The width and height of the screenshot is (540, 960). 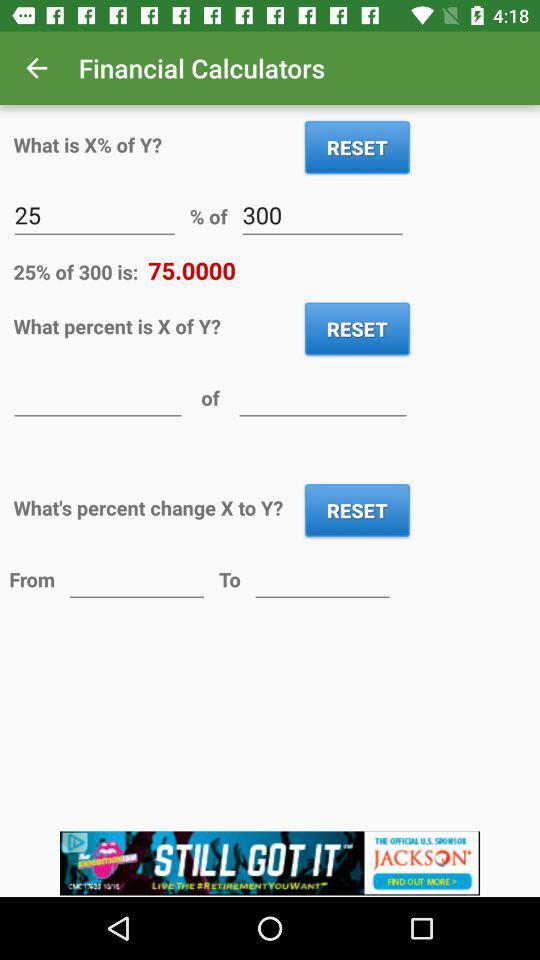 I want to click on advertisement, so click(x=270, y=863).